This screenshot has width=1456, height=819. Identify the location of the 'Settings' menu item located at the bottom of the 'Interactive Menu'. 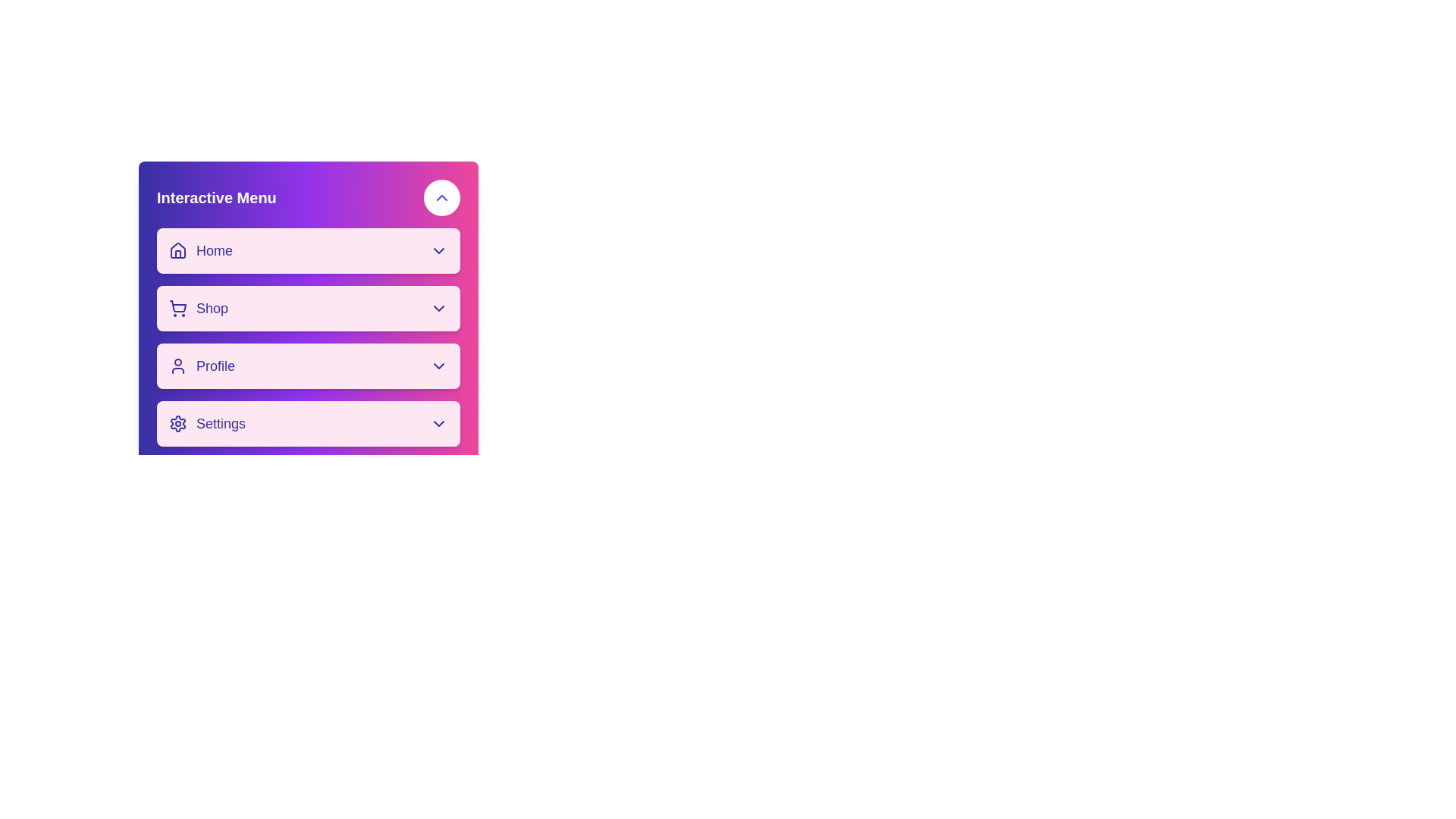
(308, 424).